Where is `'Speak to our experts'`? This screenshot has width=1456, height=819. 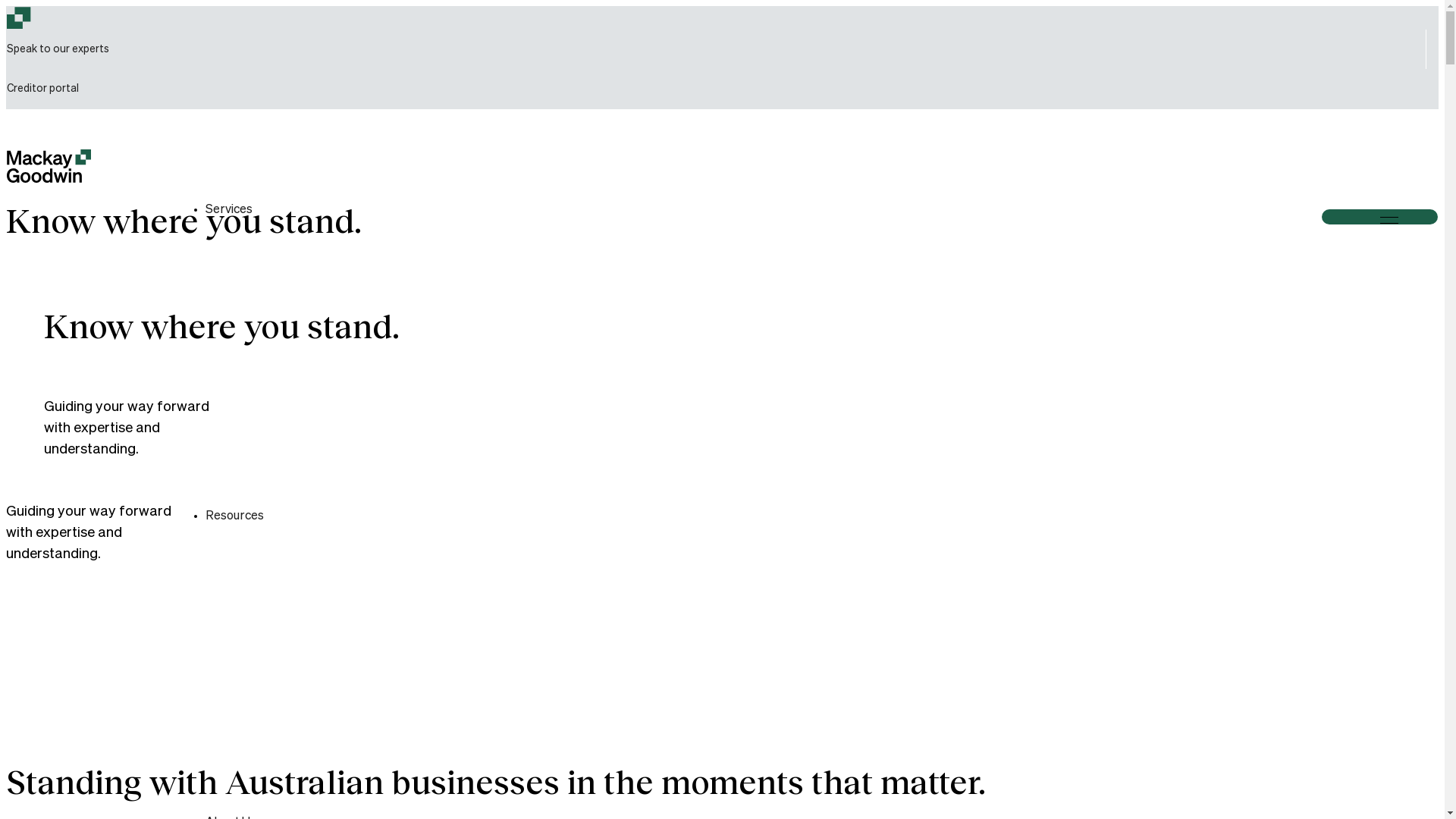 'Speak to our experts' is located at coordinates (58, 49).